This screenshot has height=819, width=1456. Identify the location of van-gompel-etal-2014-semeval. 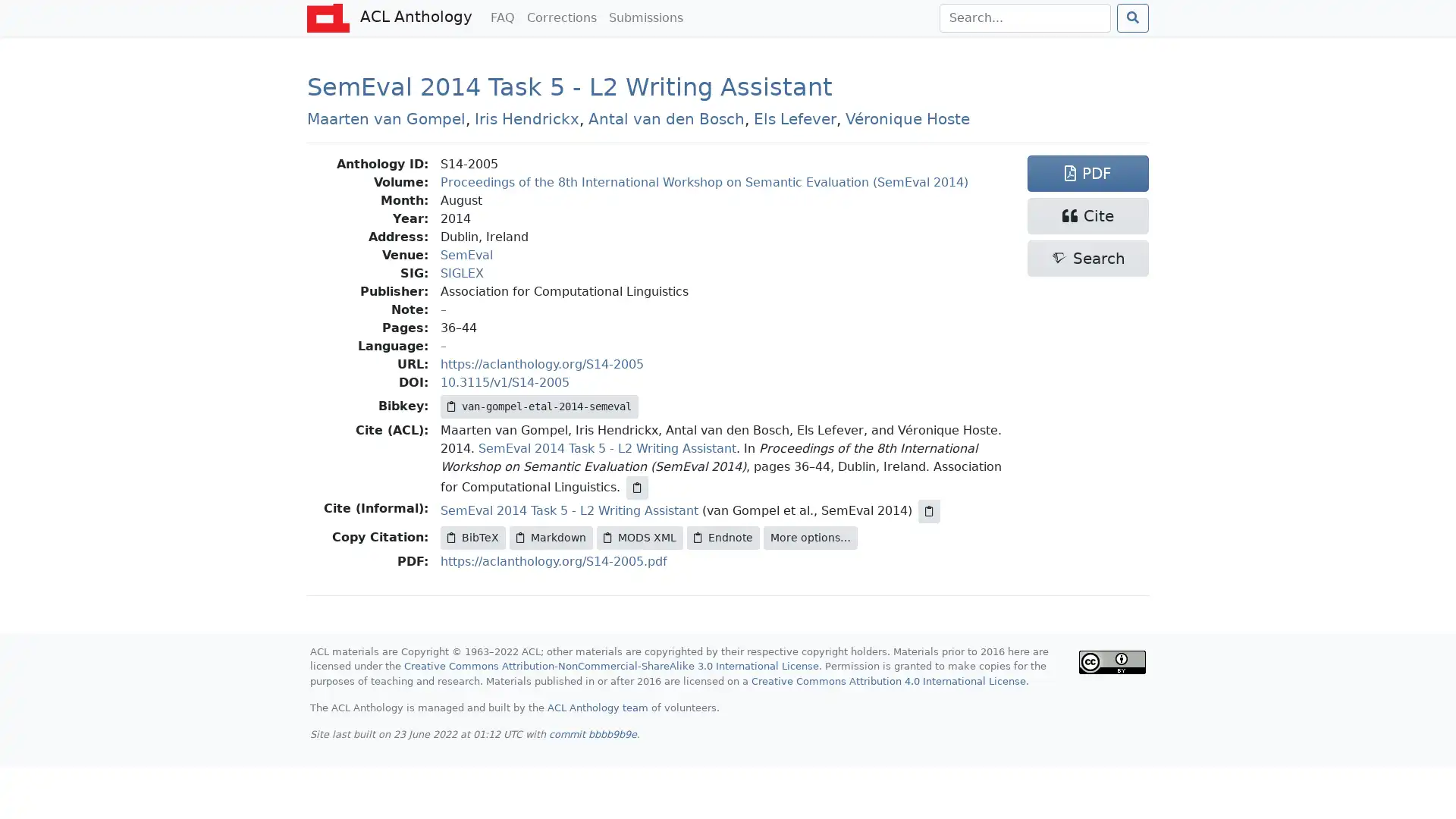
(539, 406).